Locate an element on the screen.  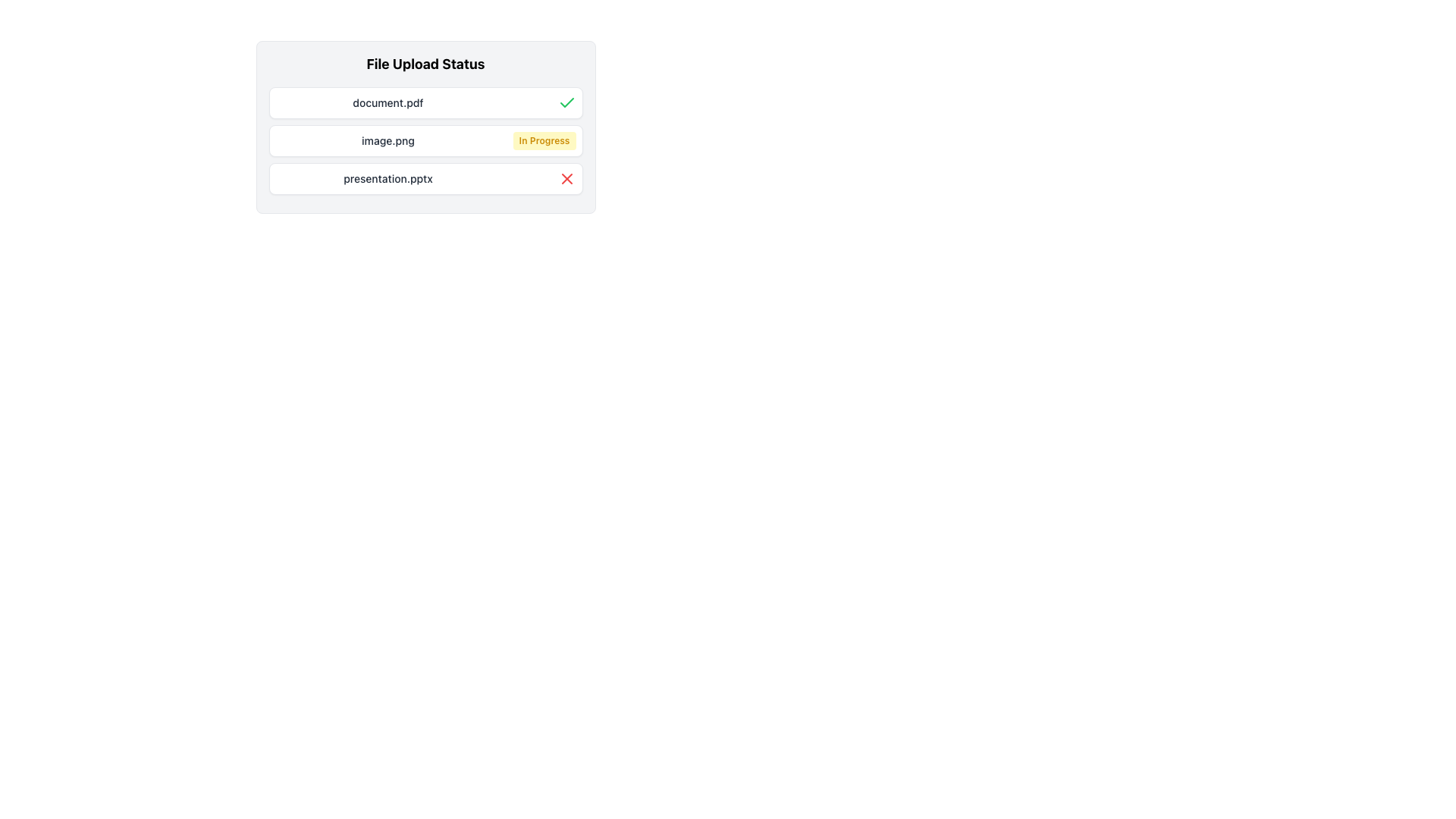
the third list item indicating an error status for the file upload named 'presentation.pptx' under the 'File Upload Status' header is located at coordinates (425, 177).